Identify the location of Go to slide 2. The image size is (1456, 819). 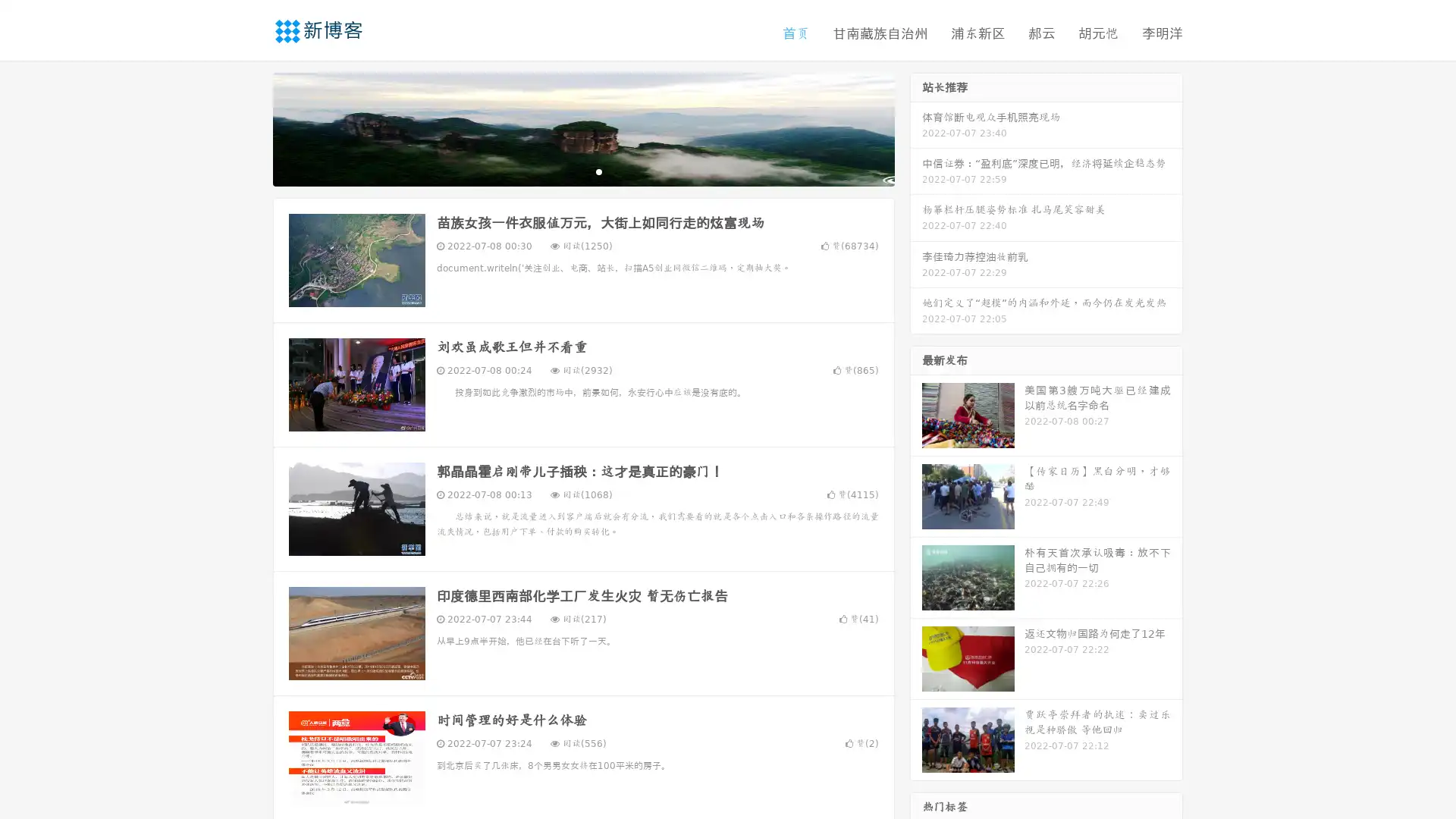
(582, 171).